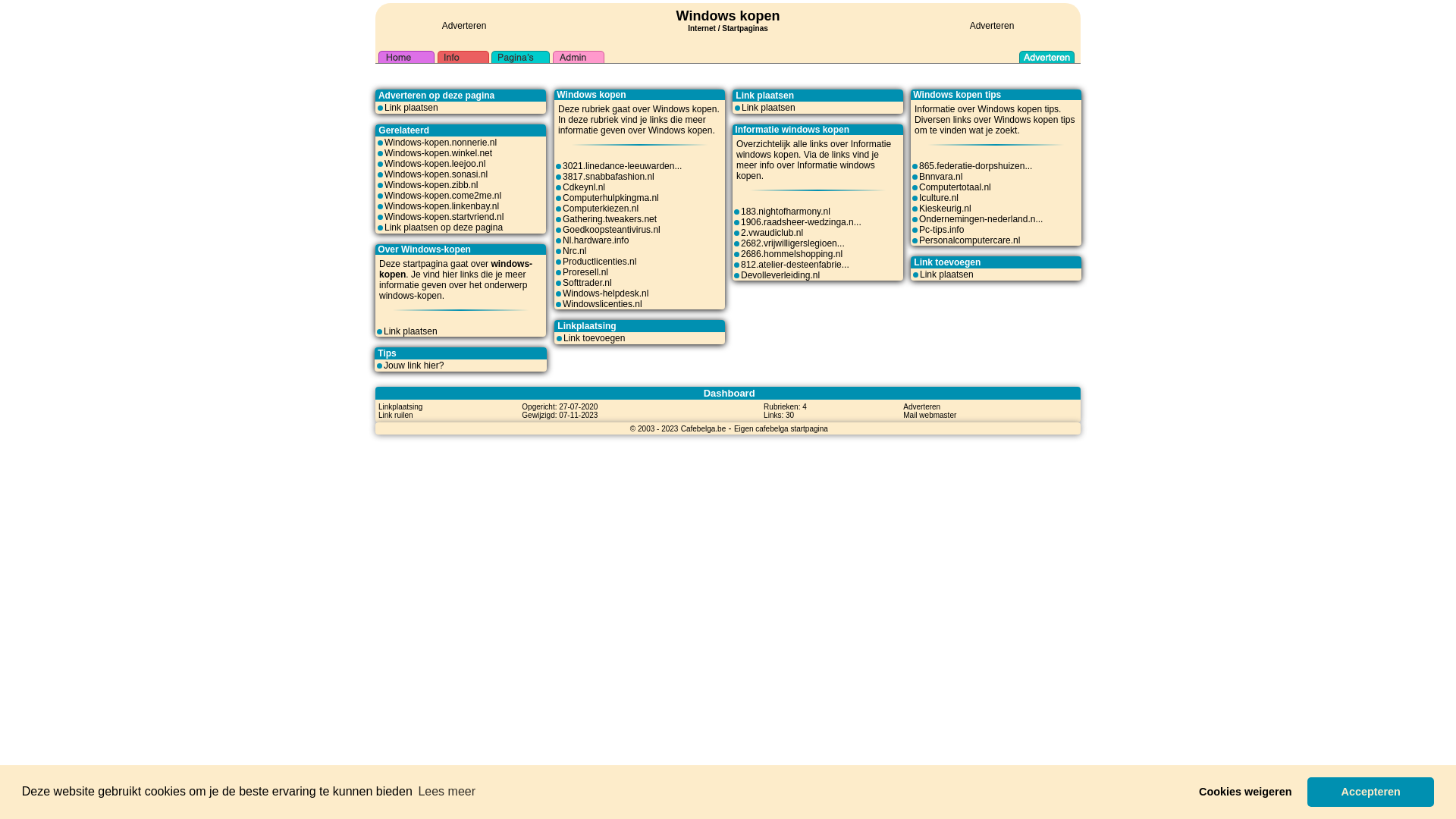  What do you see at coordinates (437, 152) in the screenshot?
I see `'Windows-kopen.winkel.net'` at bounding box center [437, 152].